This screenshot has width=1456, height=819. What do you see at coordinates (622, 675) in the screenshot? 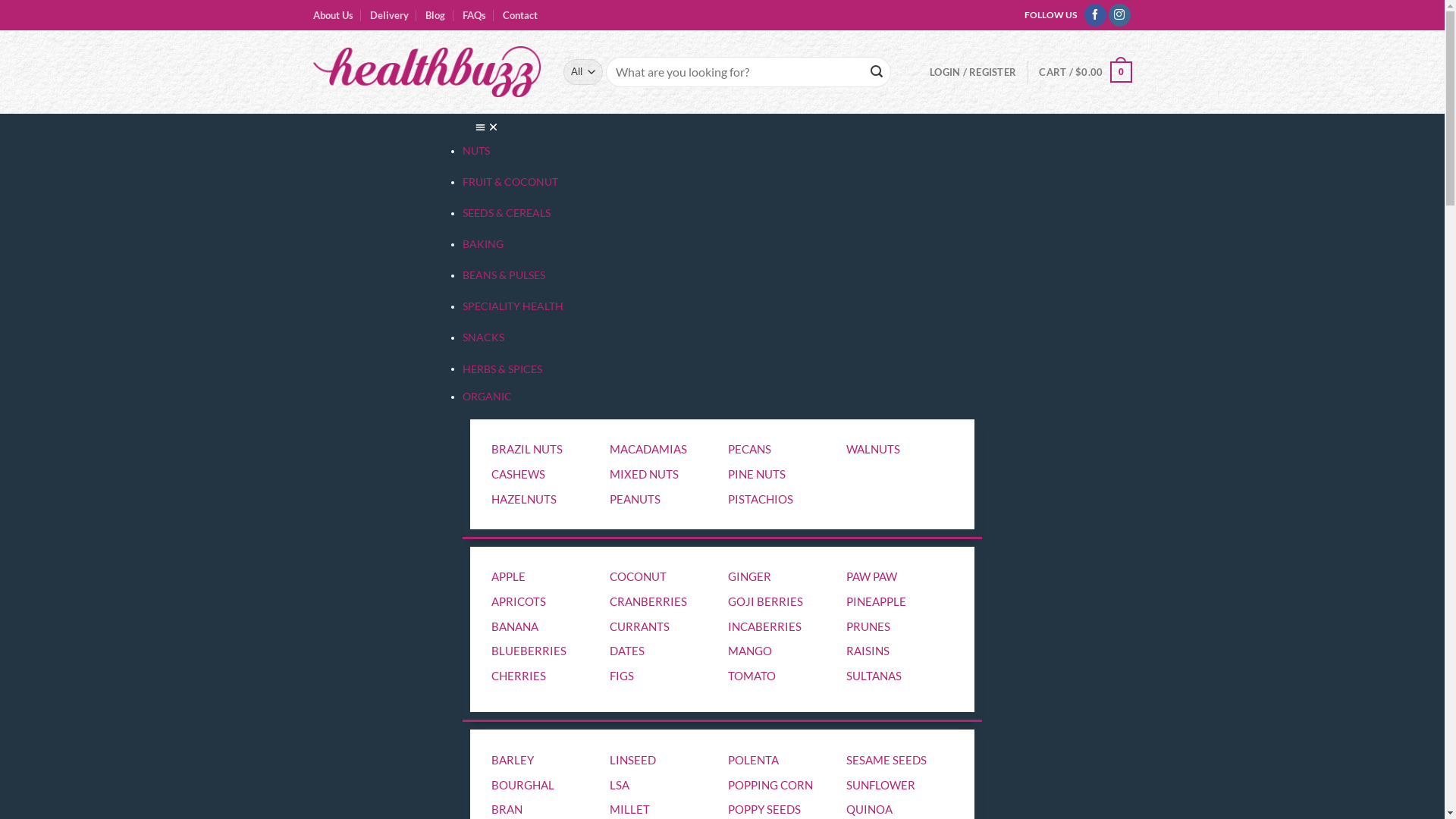
I see `'FIGS'` at bounding box center [622, 675].